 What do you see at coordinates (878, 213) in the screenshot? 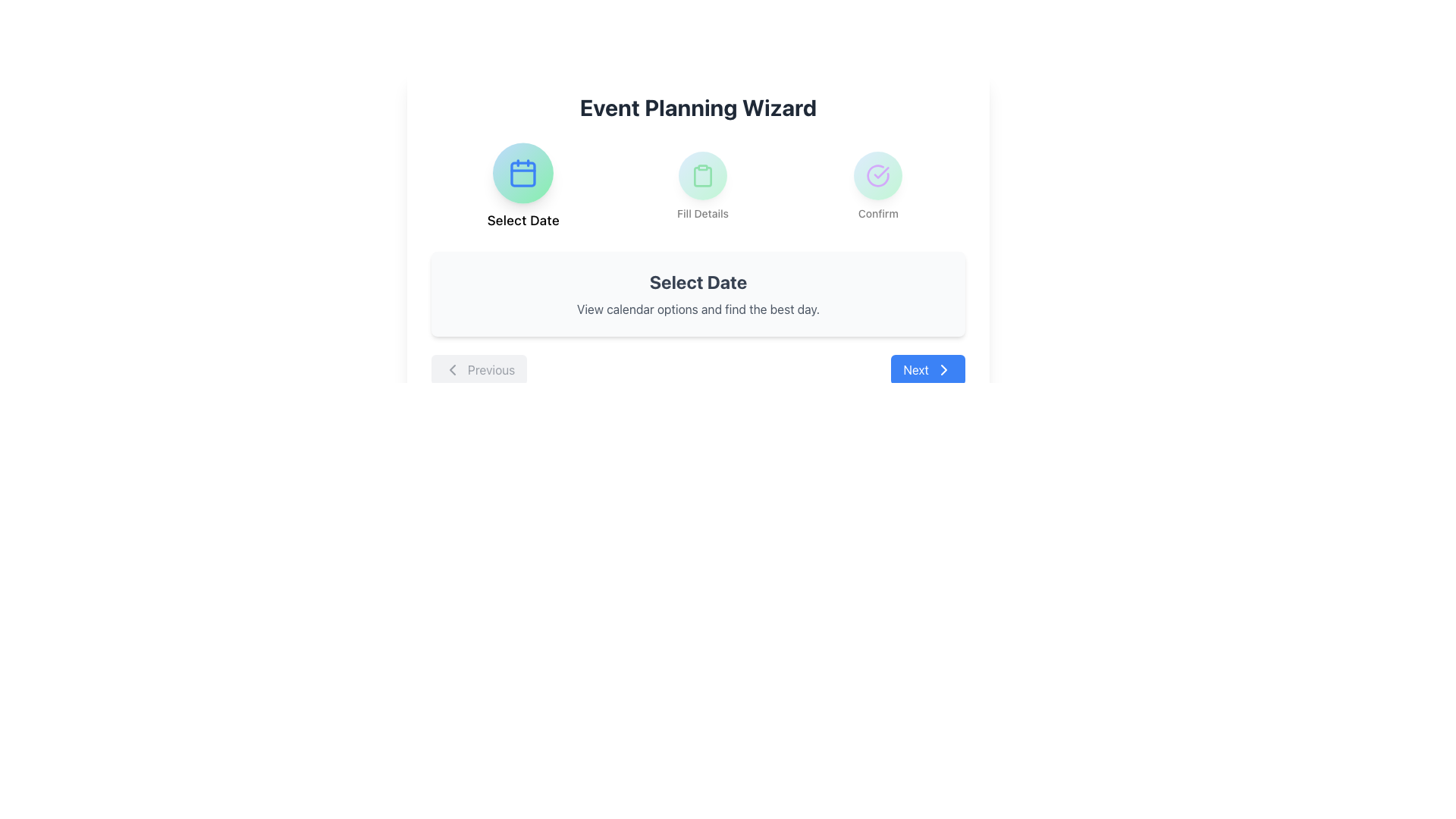
I see `the Text Label that provides context for the associated icon, located at the bottom of a vertically-aligned group, which is the rightmost item in a row of three similar groups` at bounding box center [878, 213].